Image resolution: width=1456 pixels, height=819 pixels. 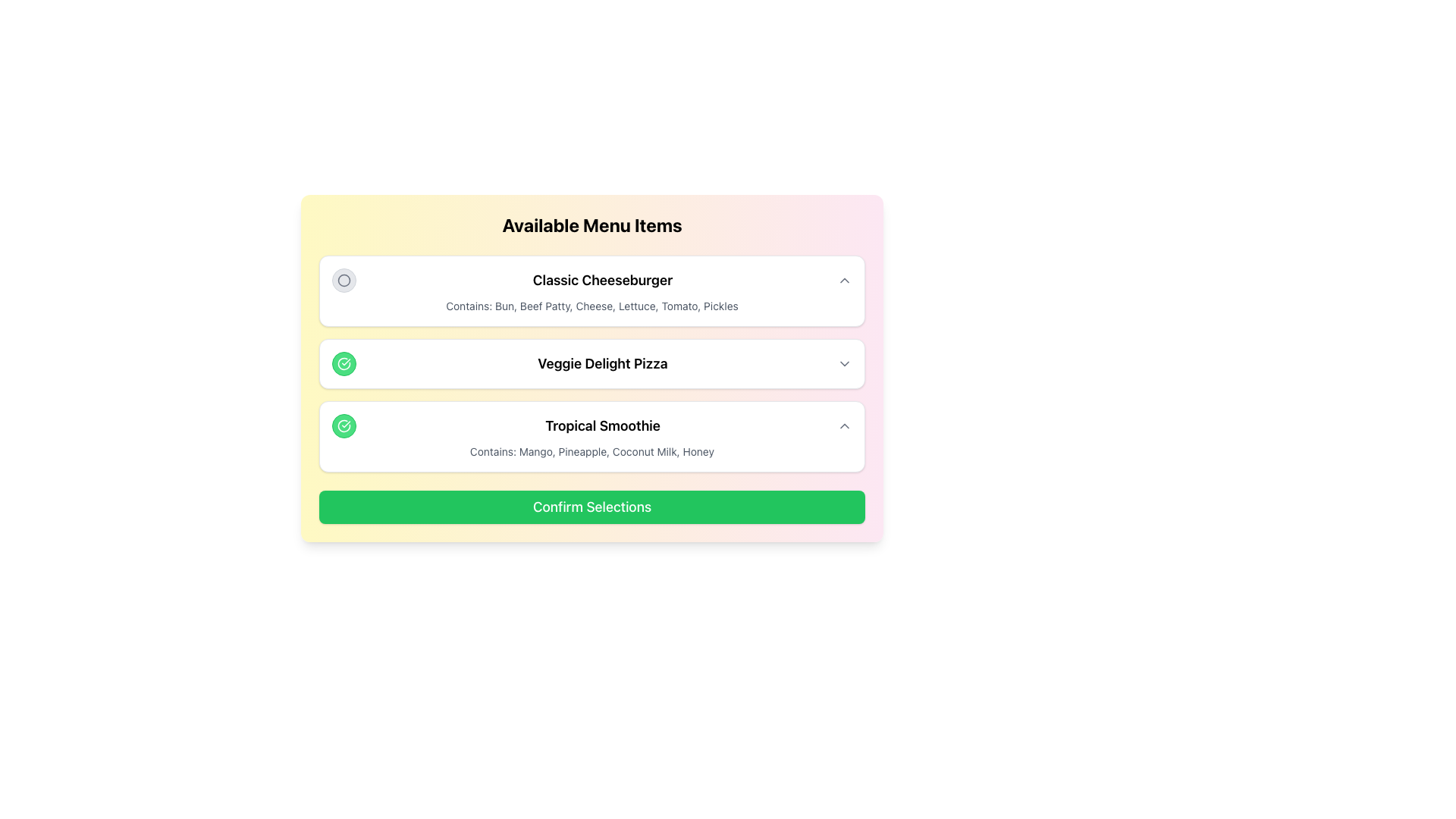 What do you see at coordinates (591, 306) in the screenshot?
I see `the textual descriptor that lists the components of the dish, which reads 'Contains: Bun, Beef Patty, Cheese, Lettuce, Tomato, Pickles', located directly underneath the 'Classic Cheeseburger' header` at bounding box center [591, 306].